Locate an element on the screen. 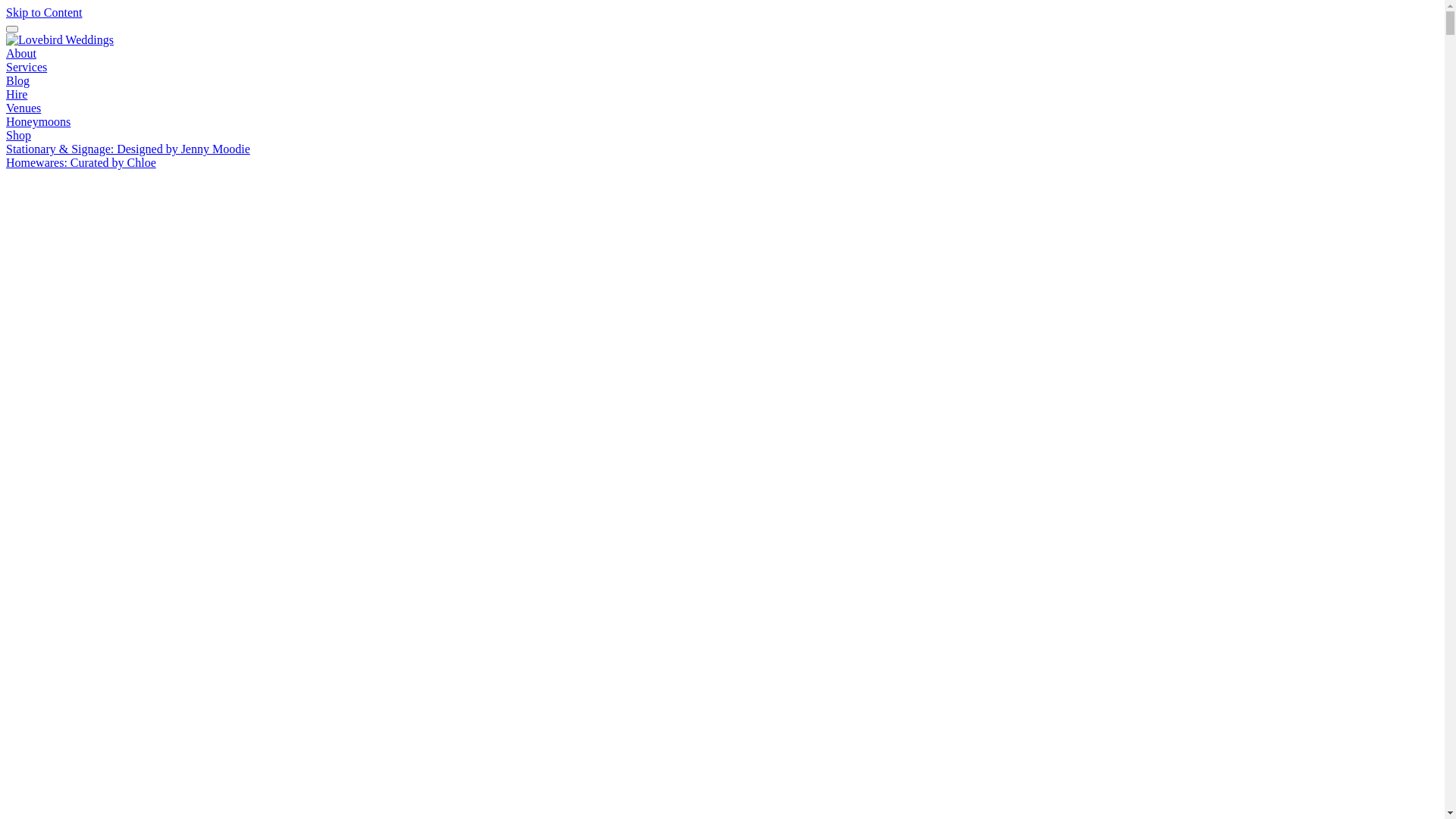 The width and height of the screenshot is (1456, 819). 'Shop' is located at coordinates (6, 134).